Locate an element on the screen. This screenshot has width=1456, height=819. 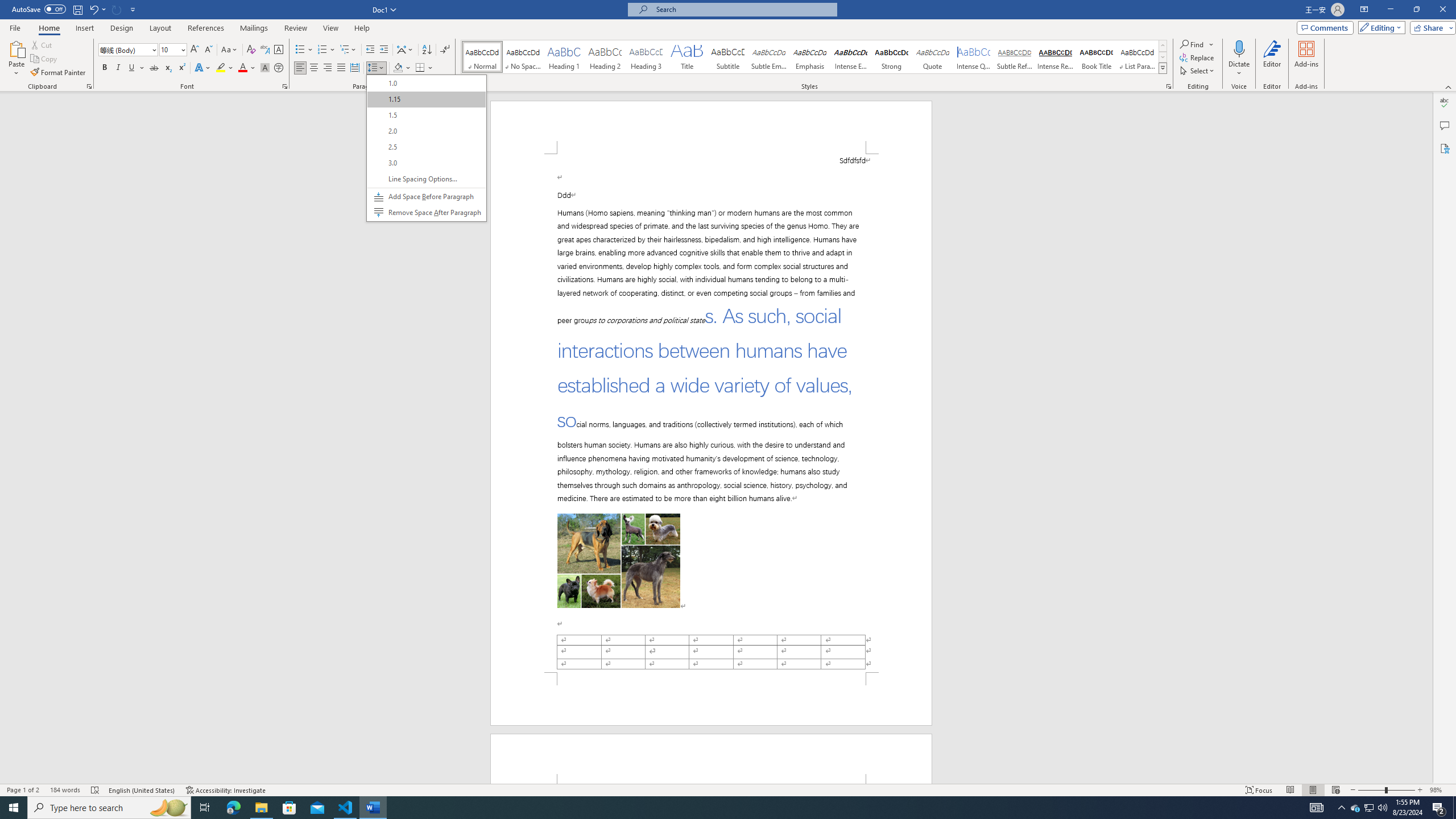
'Heading 1' is located at coordinates (564, 56).